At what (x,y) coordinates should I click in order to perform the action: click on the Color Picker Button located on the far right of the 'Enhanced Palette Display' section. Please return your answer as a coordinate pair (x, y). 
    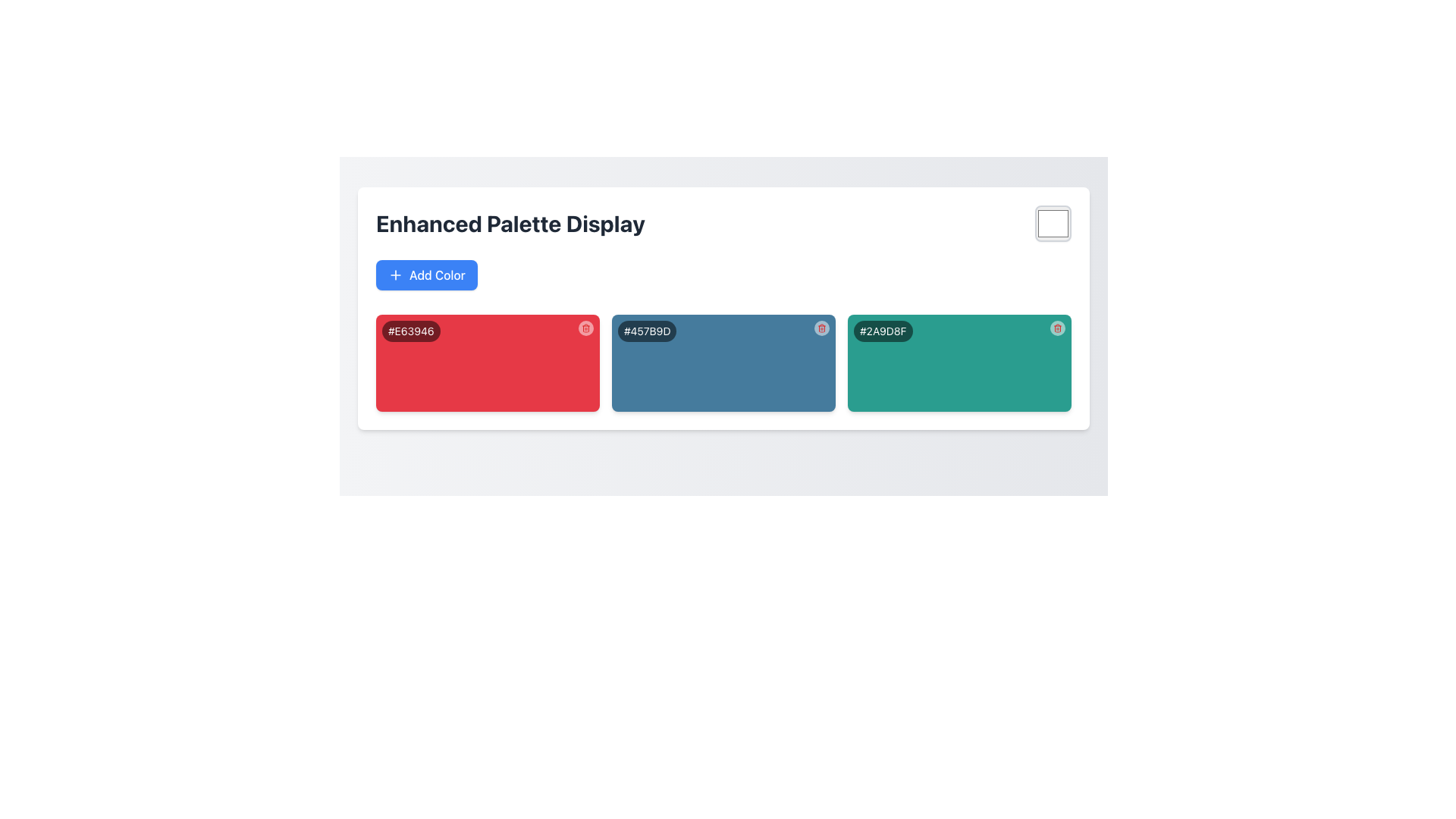
    Looking at the image, I should click on (1052, 223).